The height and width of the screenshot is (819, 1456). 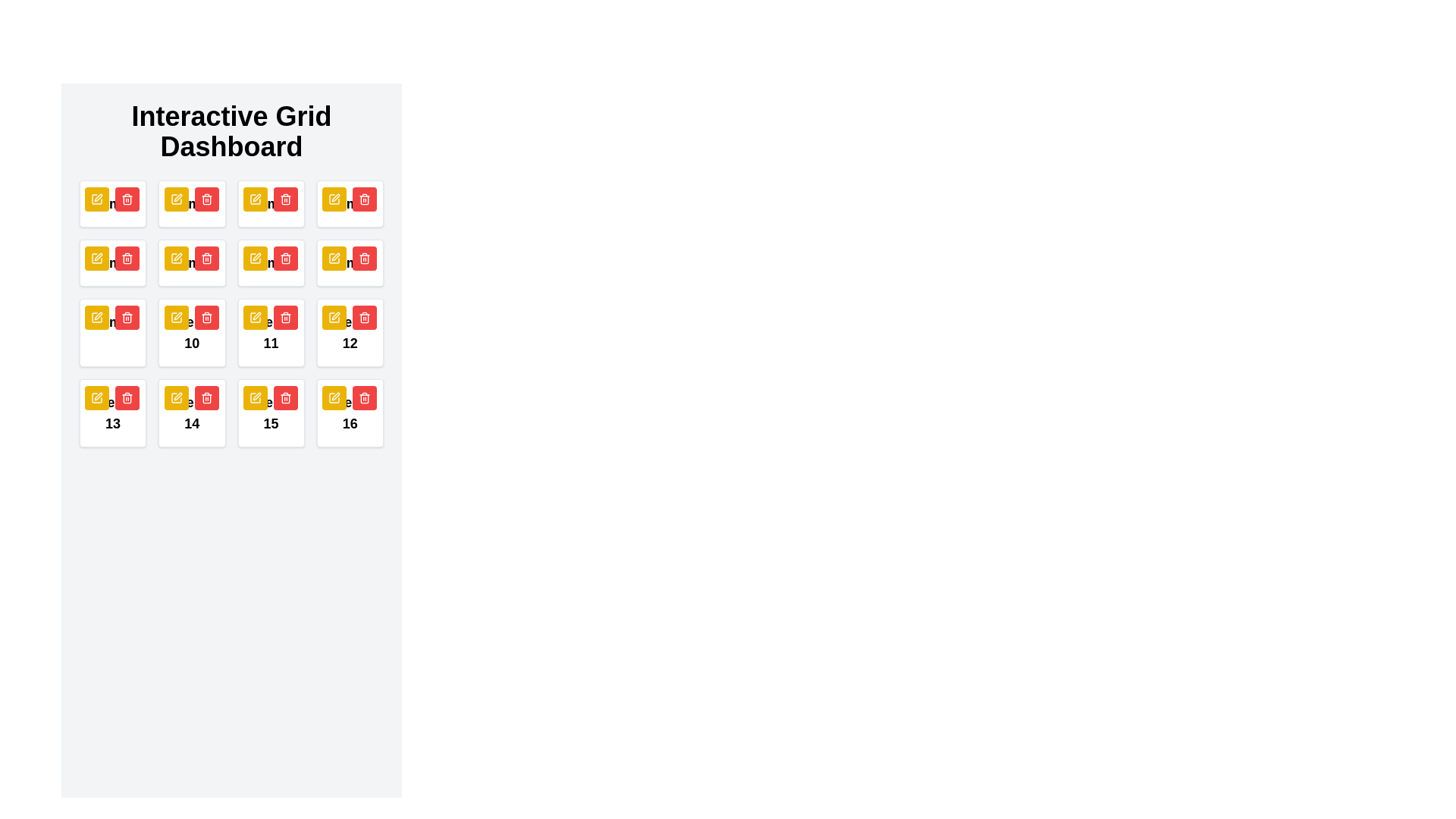 What do you see at coordinates (96, 257) in the screenshot?
I see `the edit icon located in the upper-left corner of the card titled '1' to initiate content modification` at bounding box center [96, 257].